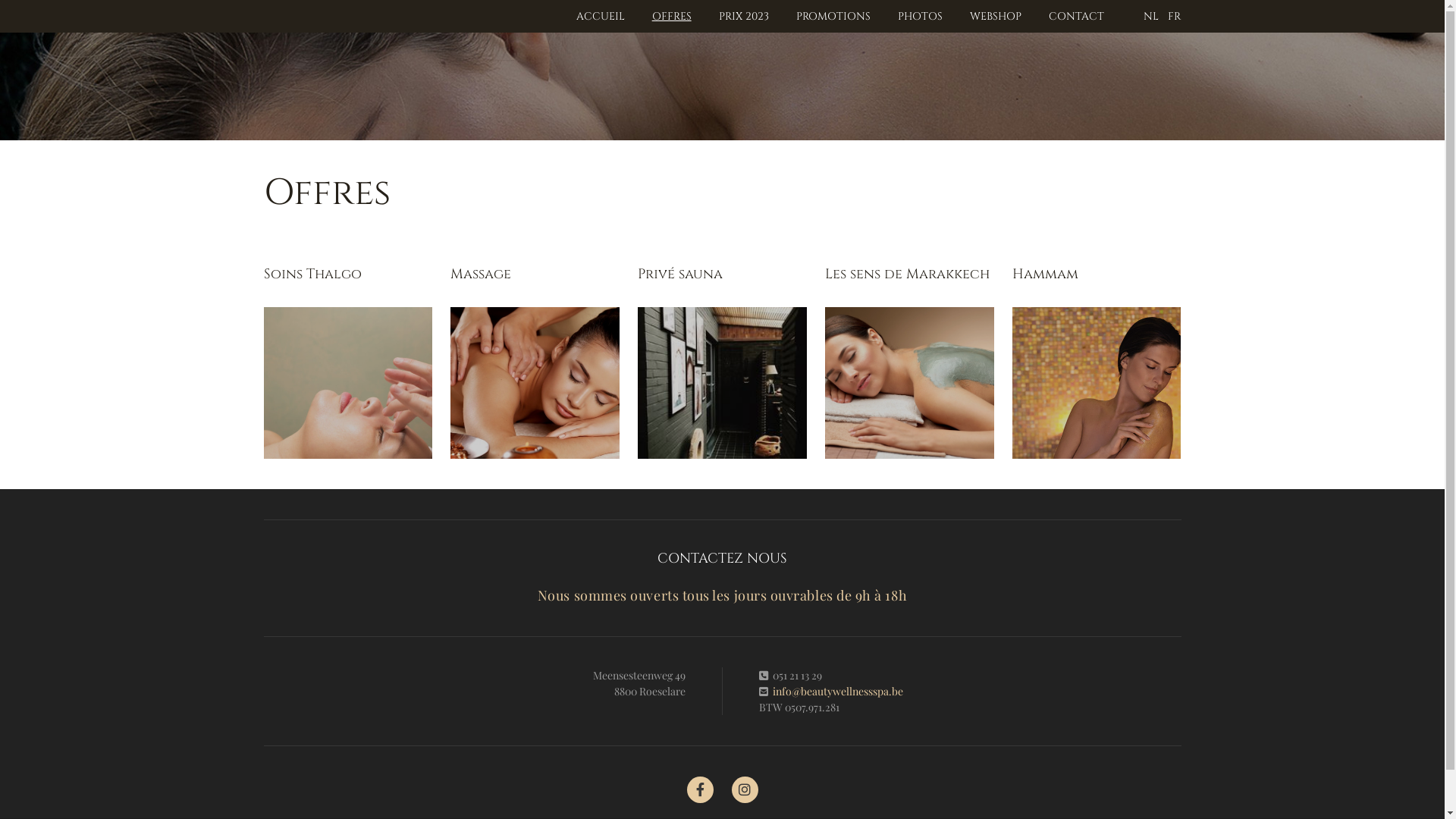 This screenshot has width=1456, height=819. What do you see at coordinates (1173, 16) in the screenshot?
I see `'FR'` at bounding box center [1173, 16].